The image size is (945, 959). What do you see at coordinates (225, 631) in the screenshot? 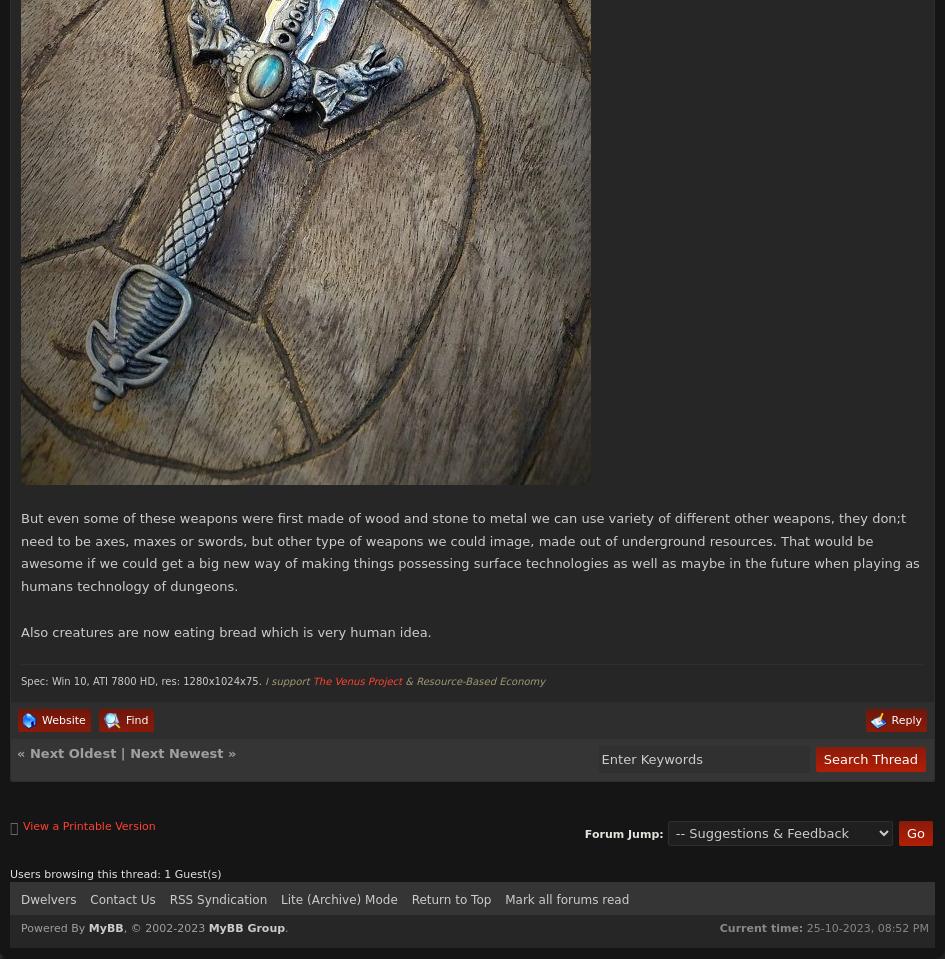
I see `'Also creatures are now eating bread which is very human idea.'` at bounding box center [225, 631].